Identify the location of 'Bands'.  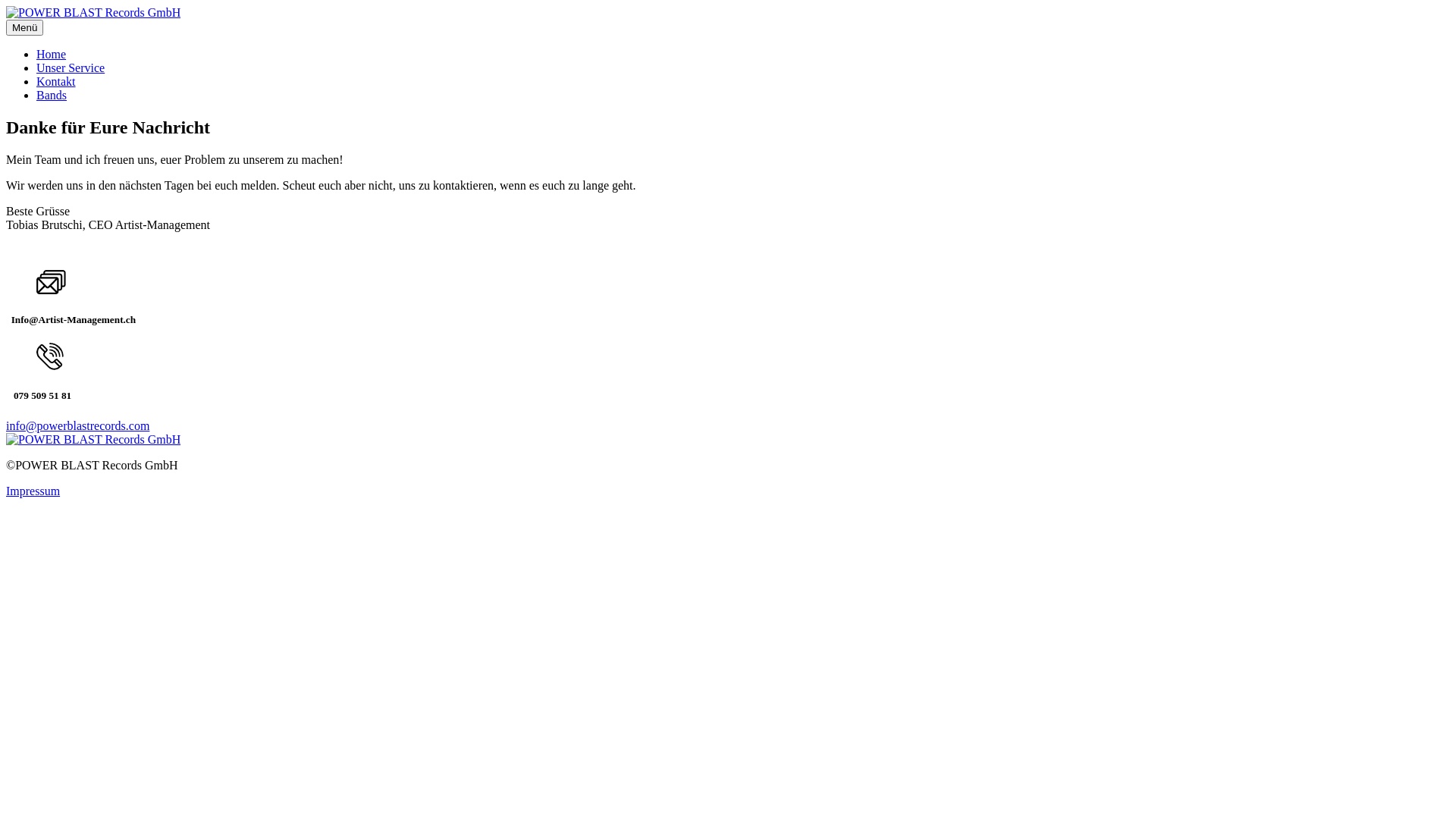
(36, 95).